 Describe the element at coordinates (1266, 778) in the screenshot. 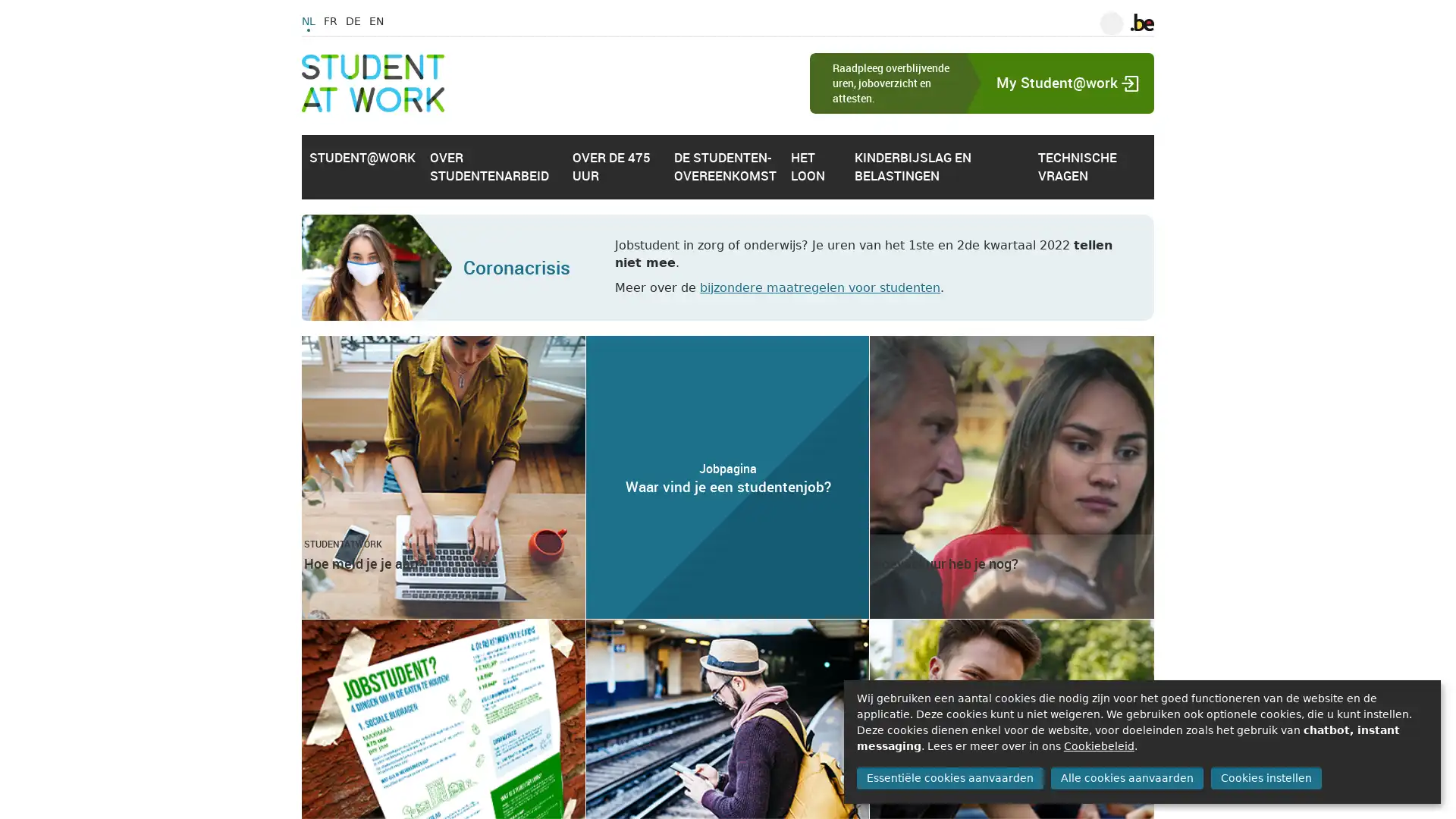

I see `Cookies instellen` at that location.